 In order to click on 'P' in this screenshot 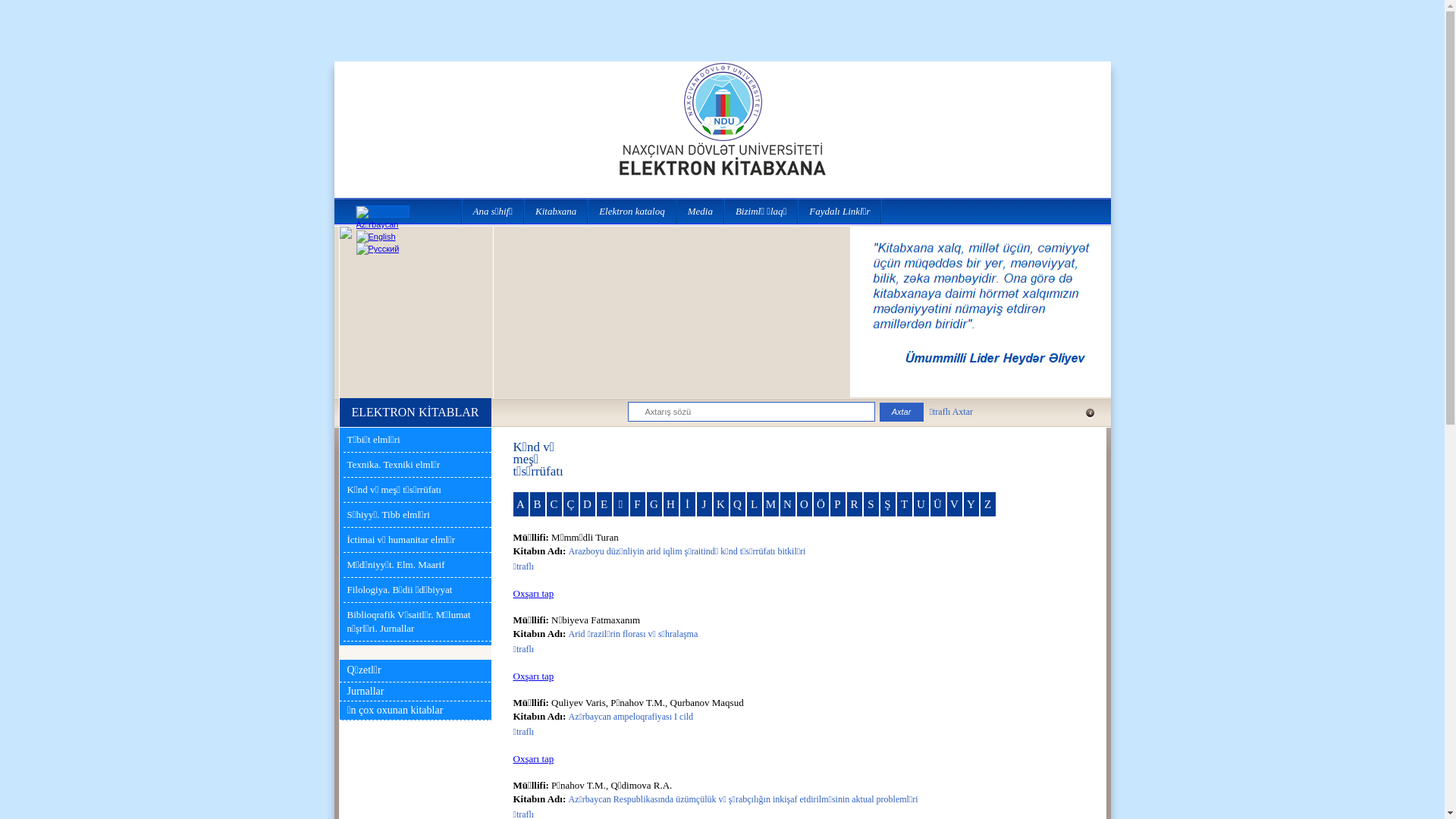, I will do `click(836, 504)`.